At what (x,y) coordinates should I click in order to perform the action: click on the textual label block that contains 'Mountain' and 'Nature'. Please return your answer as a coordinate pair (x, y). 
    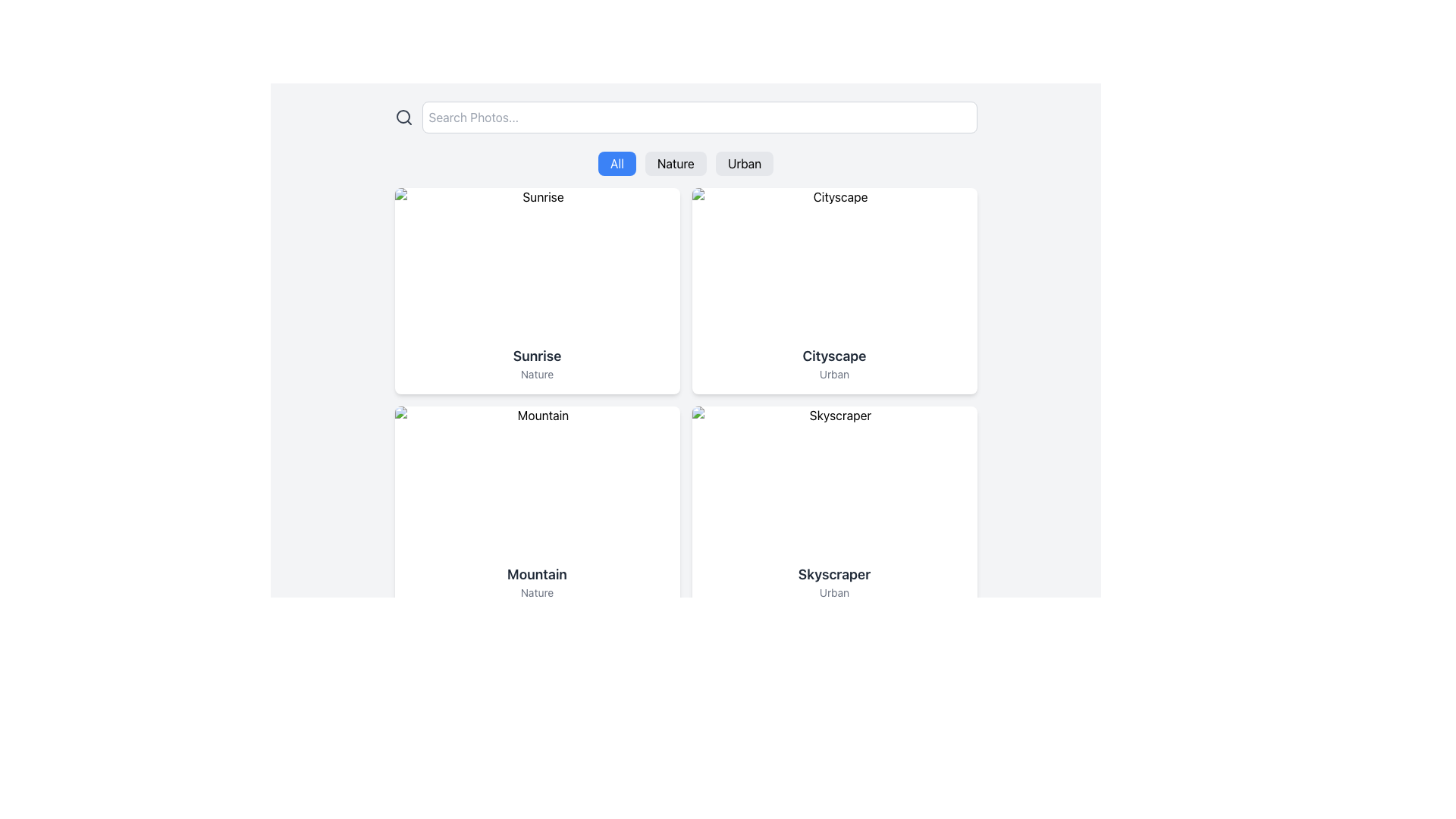
    Looking at the image, I should click on (537, 581).